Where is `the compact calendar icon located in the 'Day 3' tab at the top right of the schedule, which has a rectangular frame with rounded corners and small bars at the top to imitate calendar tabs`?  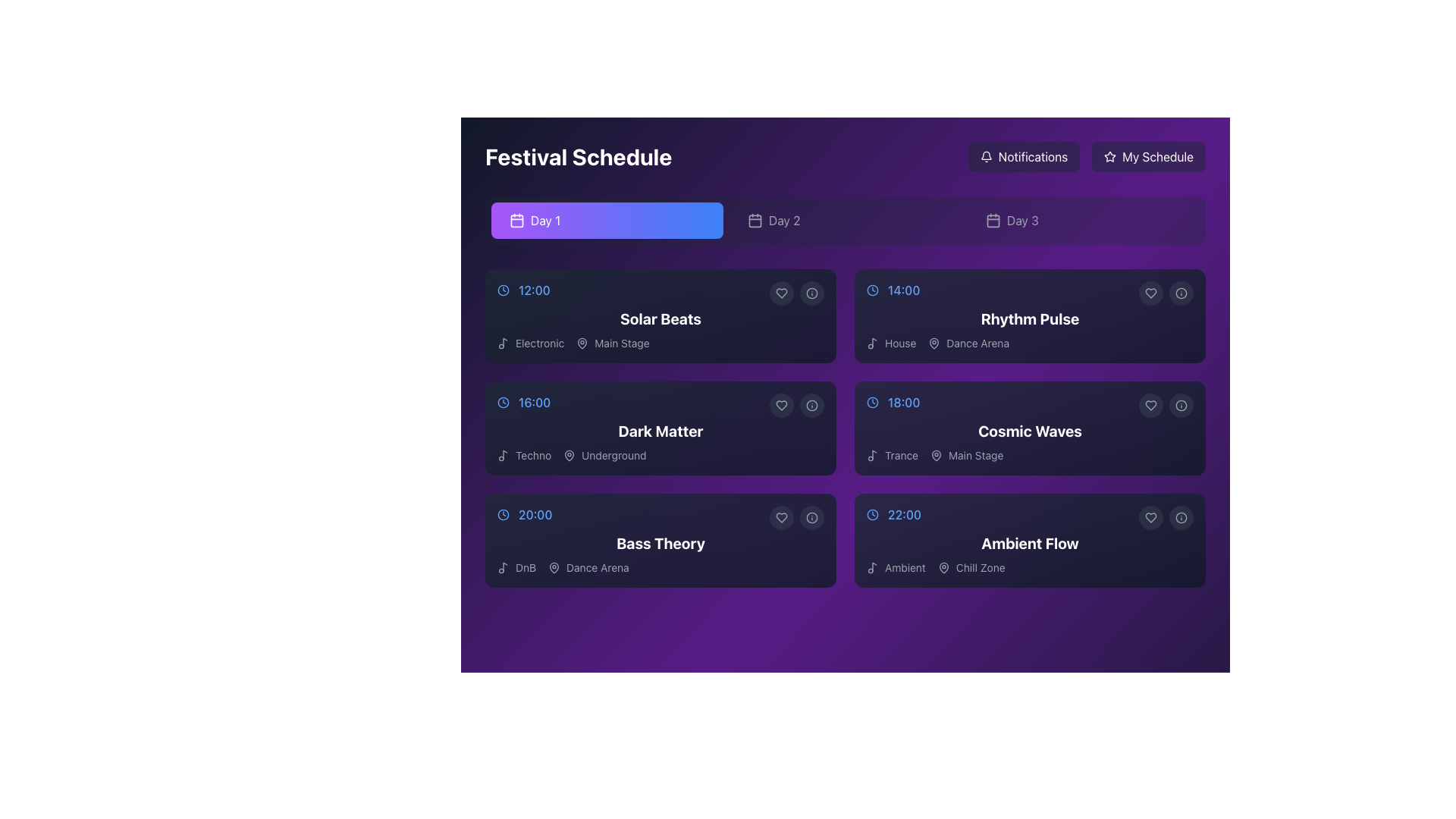
the compact calendar icon located in the 'Day 3' tab at the top right of the schedule, which has a rectangular frame with rounded corners and small bars at the top to imitate calendar tabs is located at coordinates (993, 220).